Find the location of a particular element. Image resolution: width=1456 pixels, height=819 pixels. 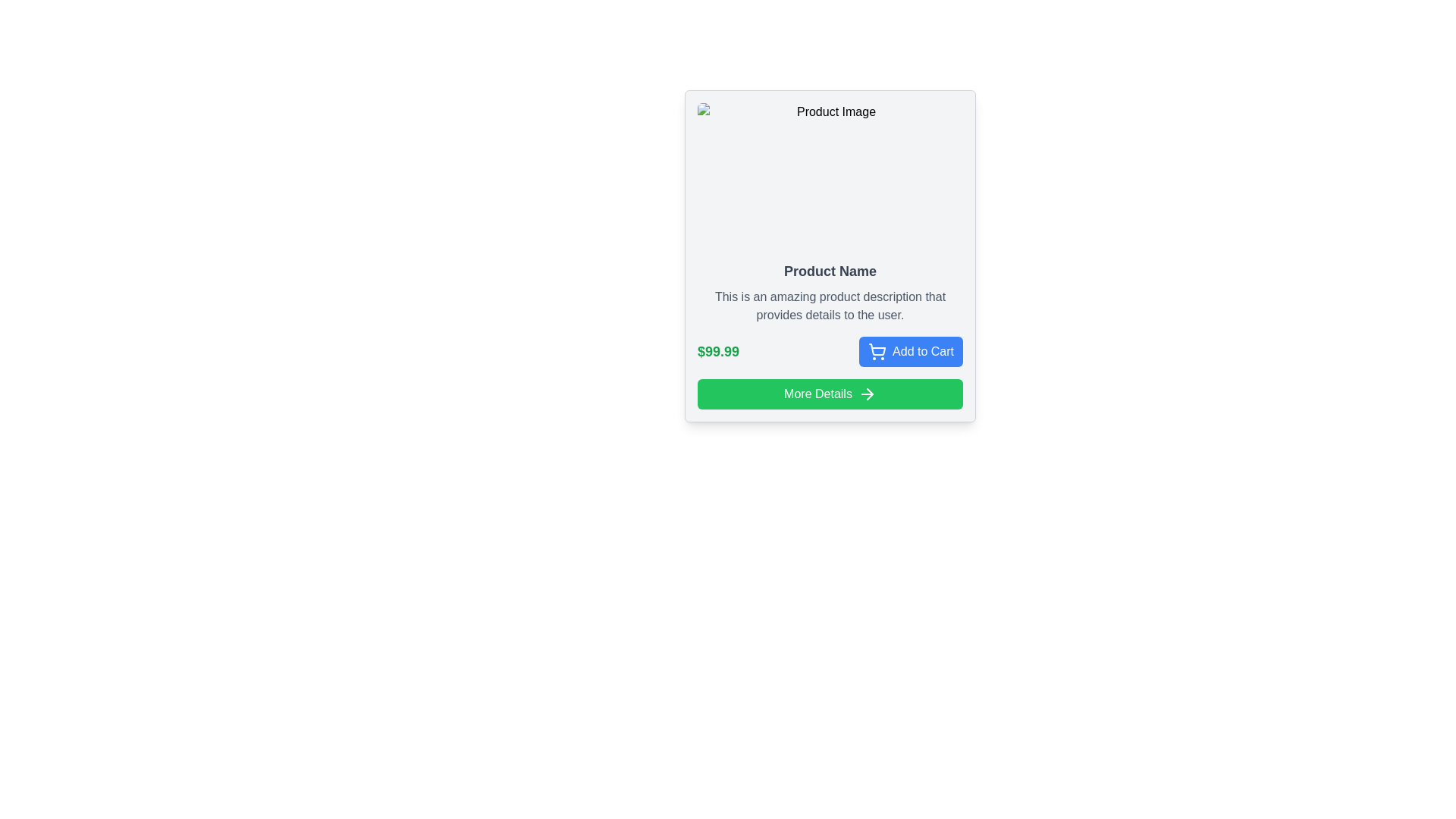

the icon representing the action of adding an item to the shopping cart, located on the right-hand side of the blue 'Add to Cart' button is located at coordinates (877, 351).